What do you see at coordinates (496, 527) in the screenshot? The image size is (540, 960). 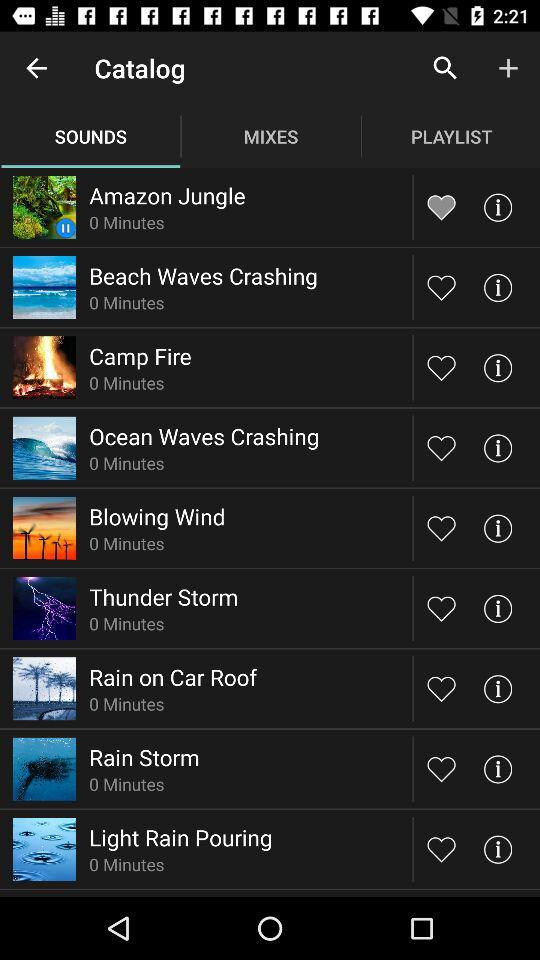 I see `open information` at bounding box center [496, 527].